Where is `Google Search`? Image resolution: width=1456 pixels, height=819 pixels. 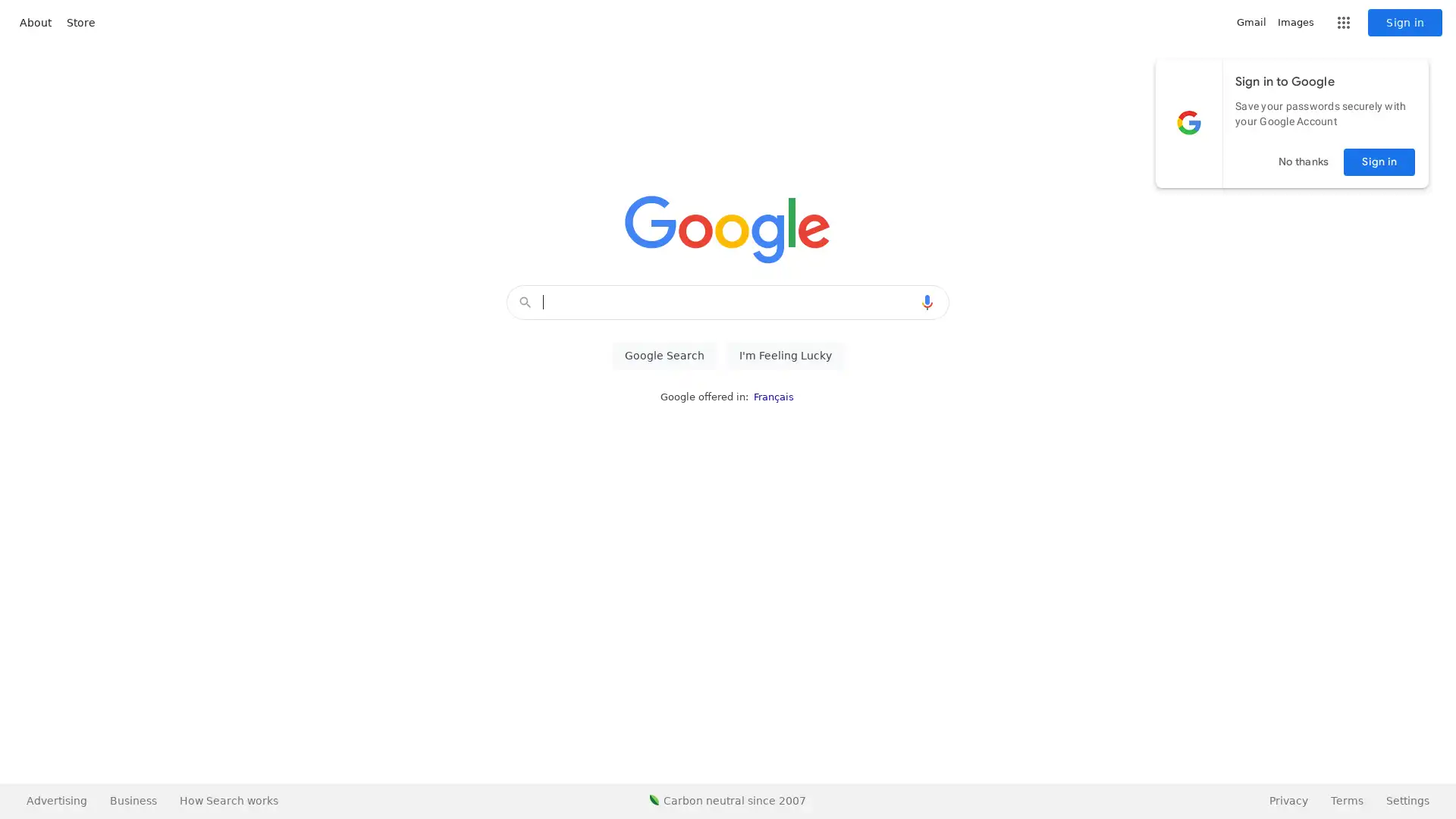
Google Search is located at coordinates (664, 356).